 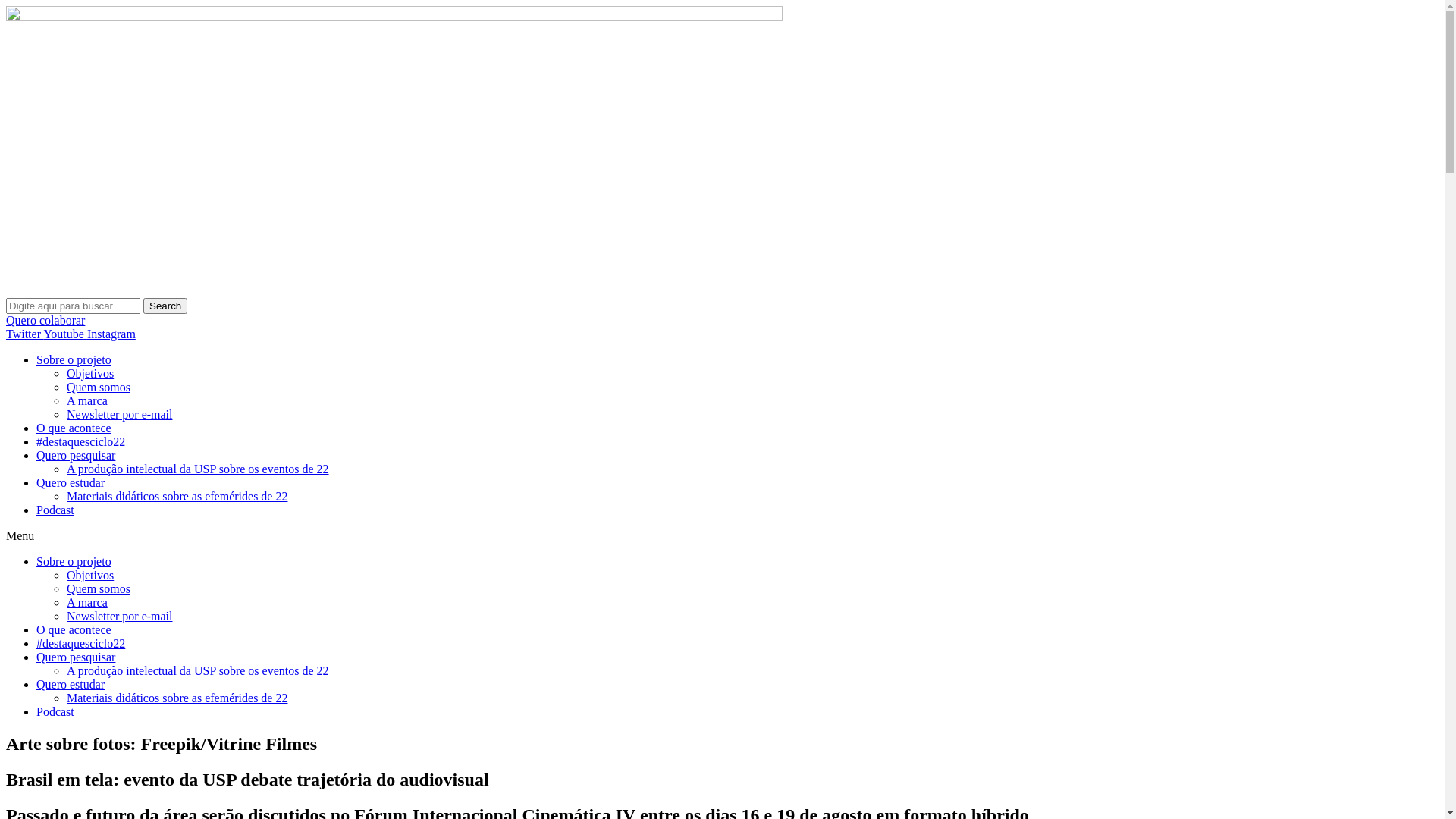 What do you see at coordinates (75, 454) in the screenshot?
I see `'Quero pesquisar'` at bounding box center [75, 454].